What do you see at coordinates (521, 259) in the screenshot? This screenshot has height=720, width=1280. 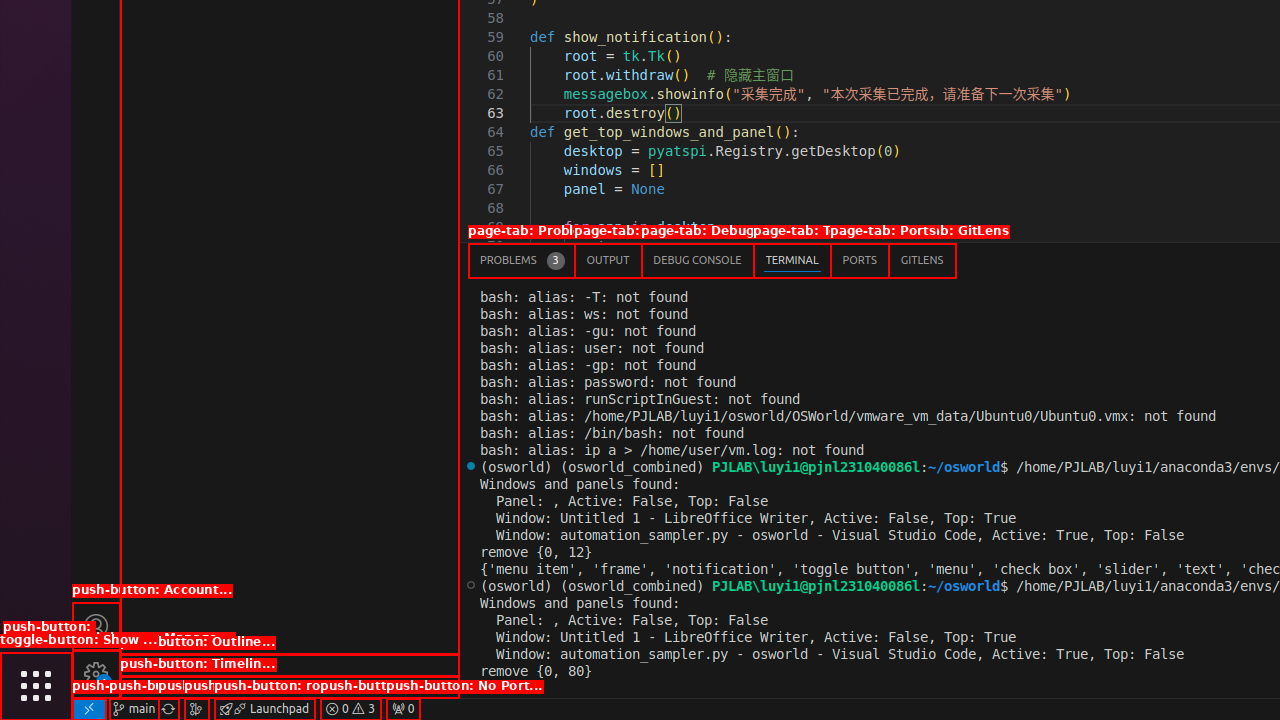 I see `'Problems (Ctrl+Shift+M) - Total 3 Problems'` at bounding box center [521, 259].